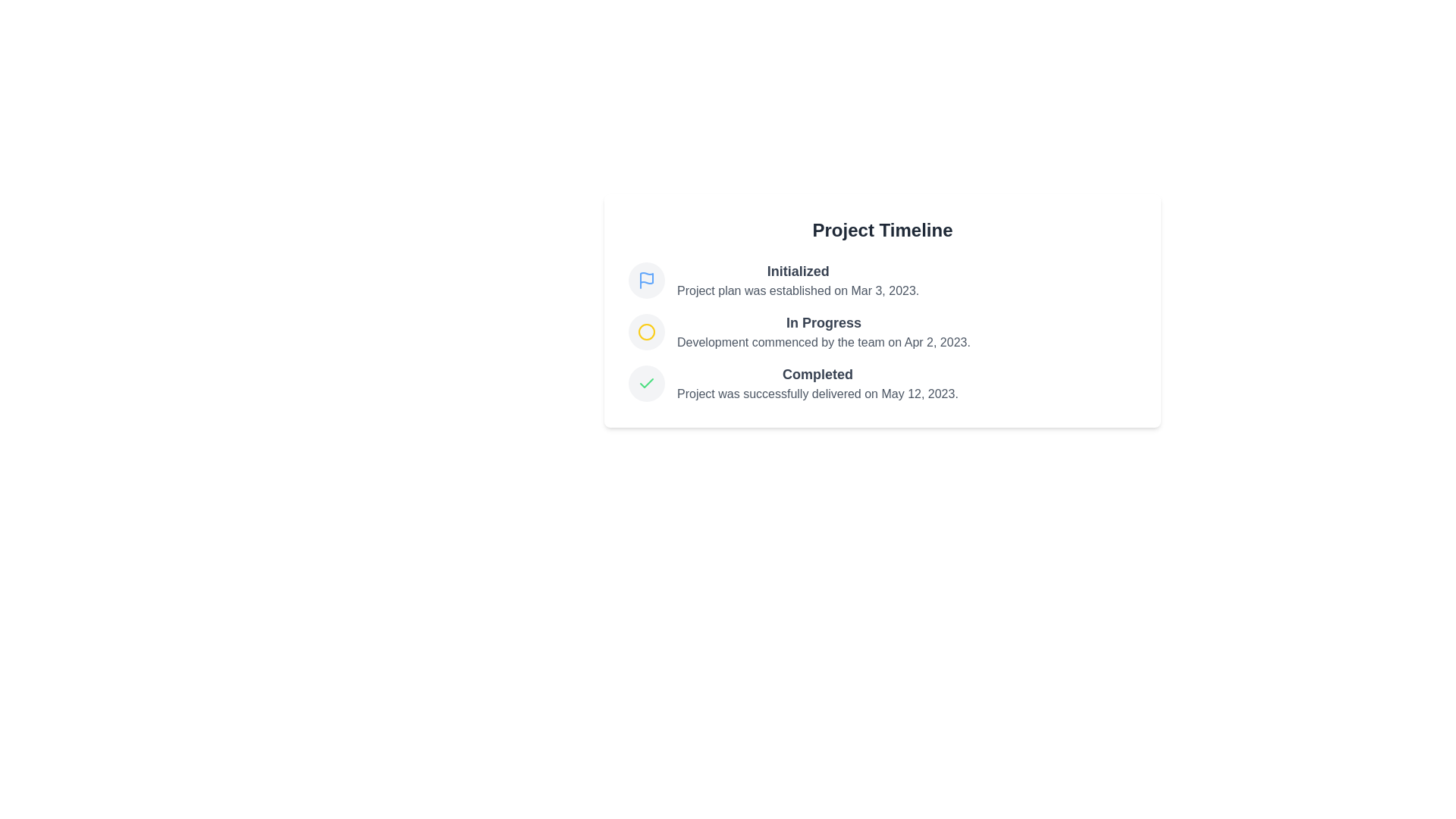  Describe the element at coordinates (647, 281) in the screenshot. I see `the circular icon with a light gray background and a blue flag-shaped icon, located at the leftmost side of the first row in the 'Project Timeline' section, adjacent to the text 'Initialized'` at that location.